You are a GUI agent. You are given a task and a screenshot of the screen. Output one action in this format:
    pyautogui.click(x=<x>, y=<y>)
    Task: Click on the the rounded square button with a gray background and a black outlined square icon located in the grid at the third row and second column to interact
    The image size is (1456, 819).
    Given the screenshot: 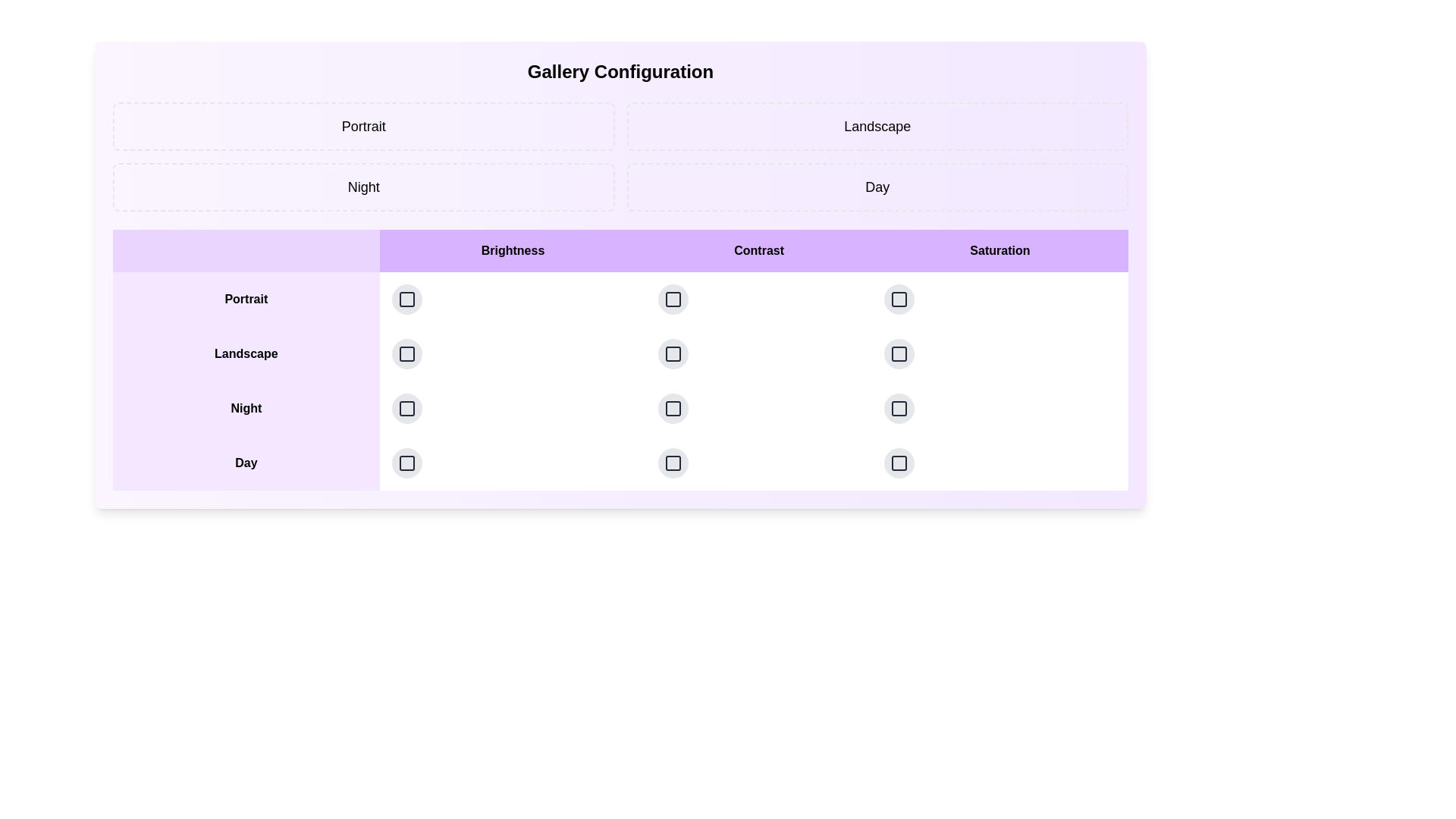 What is the action you would take?
    pyautogui.click(x=673, y=408)
    